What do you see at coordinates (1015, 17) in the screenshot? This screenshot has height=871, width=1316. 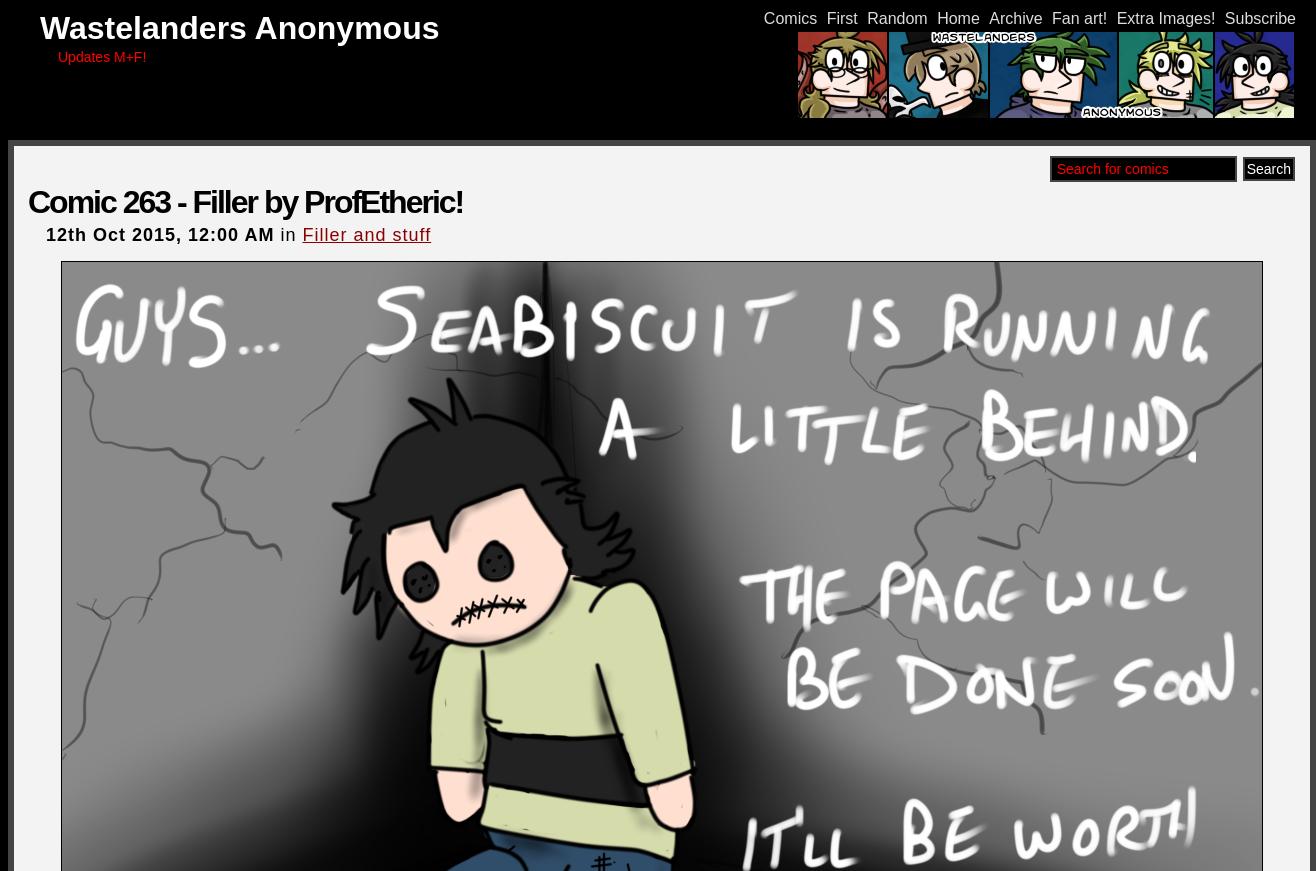 I see `'Archive'` at bounding box center [1015, 17].